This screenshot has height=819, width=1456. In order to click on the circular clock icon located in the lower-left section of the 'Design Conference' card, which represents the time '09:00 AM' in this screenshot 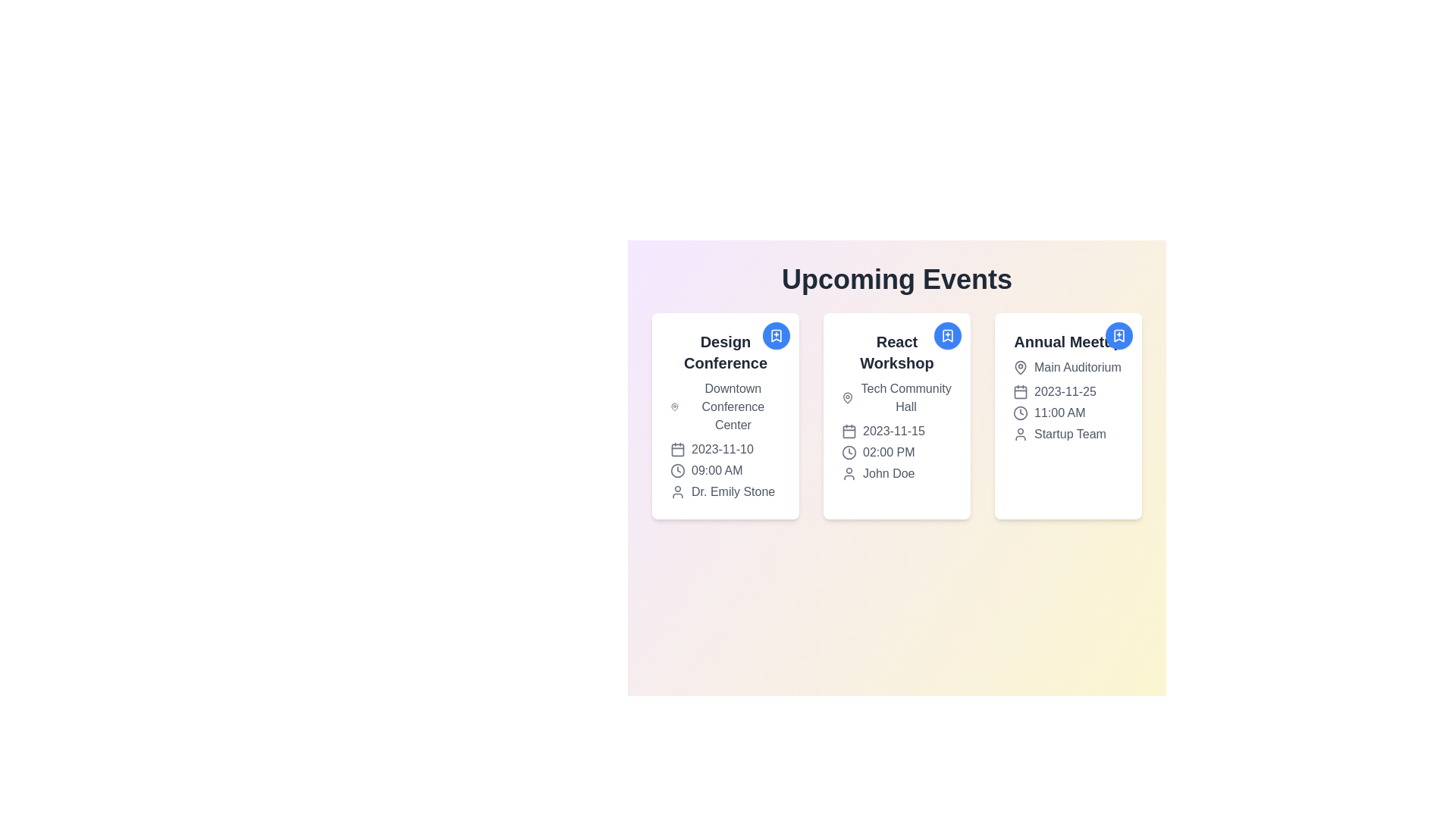, I will do `click(676, 470)`.